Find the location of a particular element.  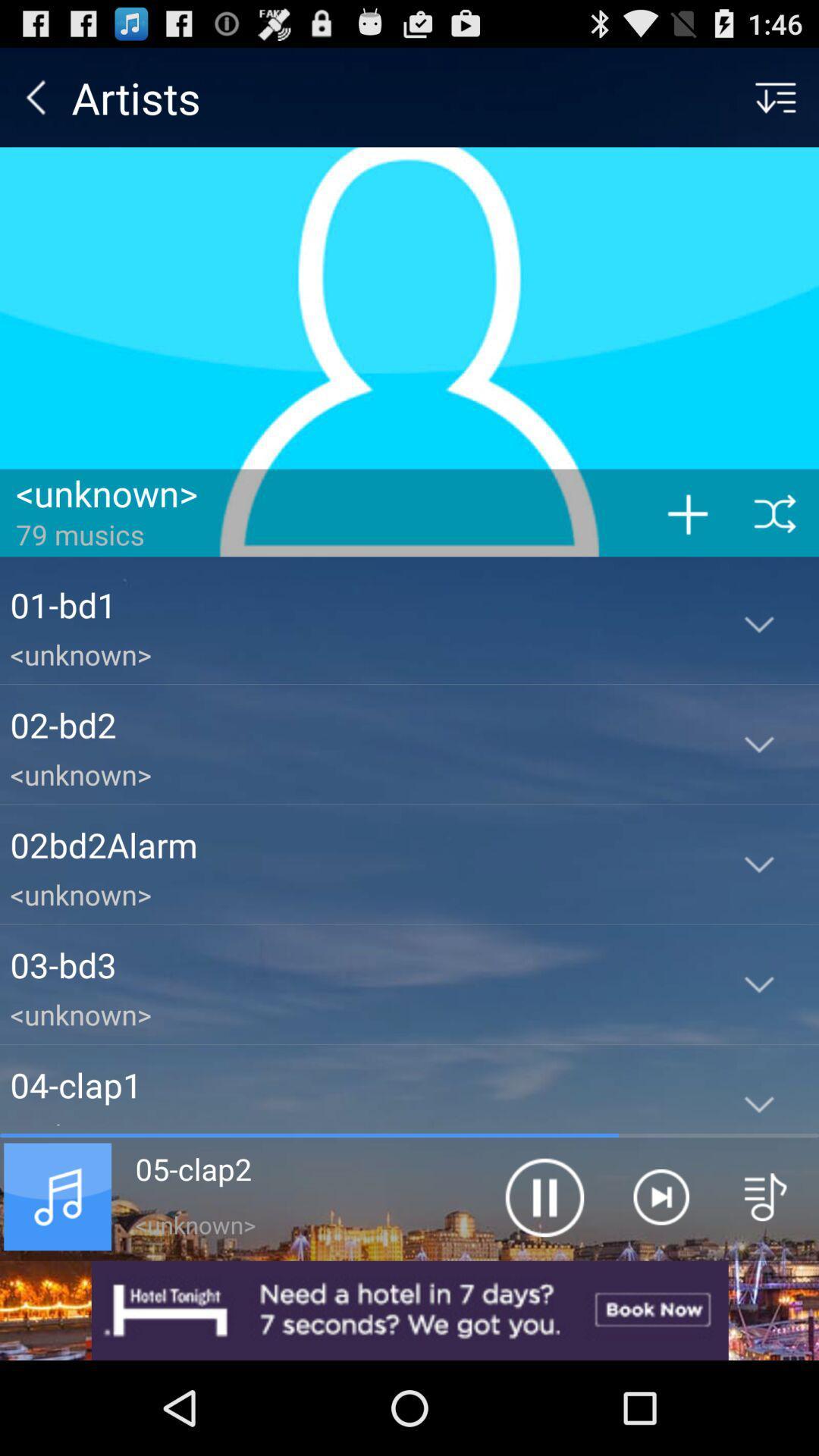

the app next to the 06-crash1 app is located at coordinates (543, 1196).